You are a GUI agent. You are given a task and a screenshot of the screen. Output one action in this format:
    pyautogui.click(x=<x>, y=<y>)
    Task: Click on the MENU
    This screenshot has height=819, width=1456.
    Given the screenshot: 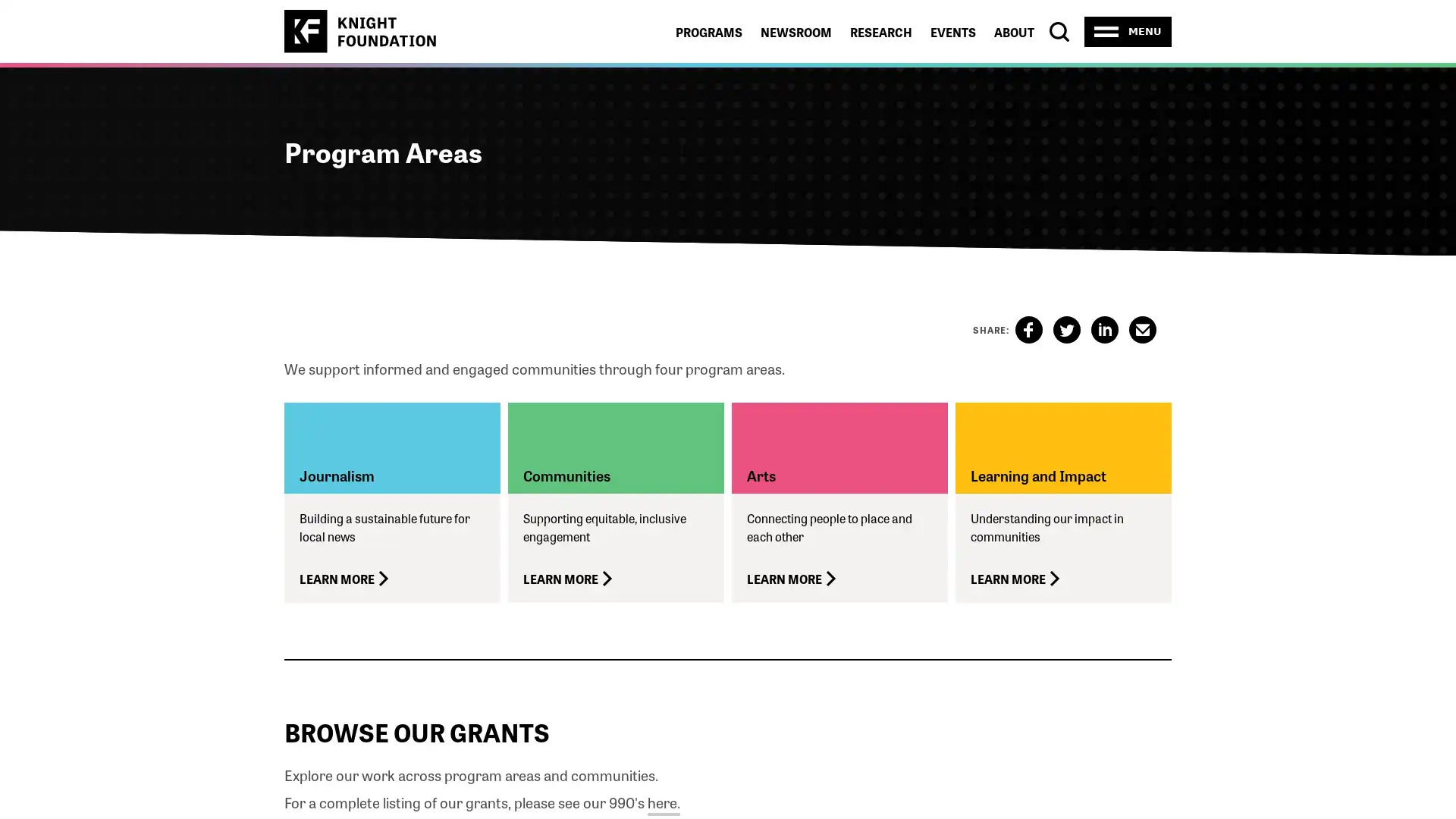 What is the action you would take?
    pyautogui.click(x=1128, y=31)
    